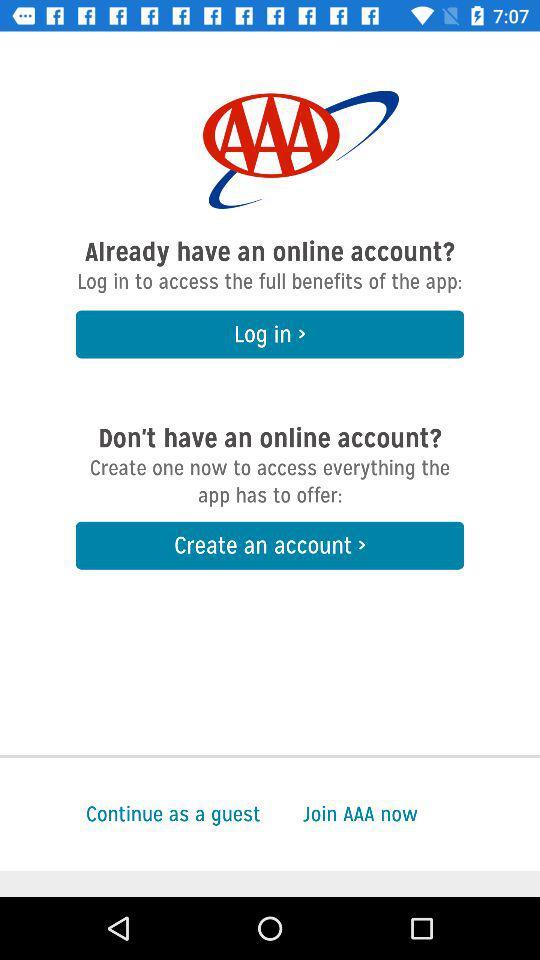 The height and width of the screenshot is (960, 540). What do you see at coordinates (420, 814) in the screenshot?
I see `the item to the right of continue as a` at bounding box center [420, 814].